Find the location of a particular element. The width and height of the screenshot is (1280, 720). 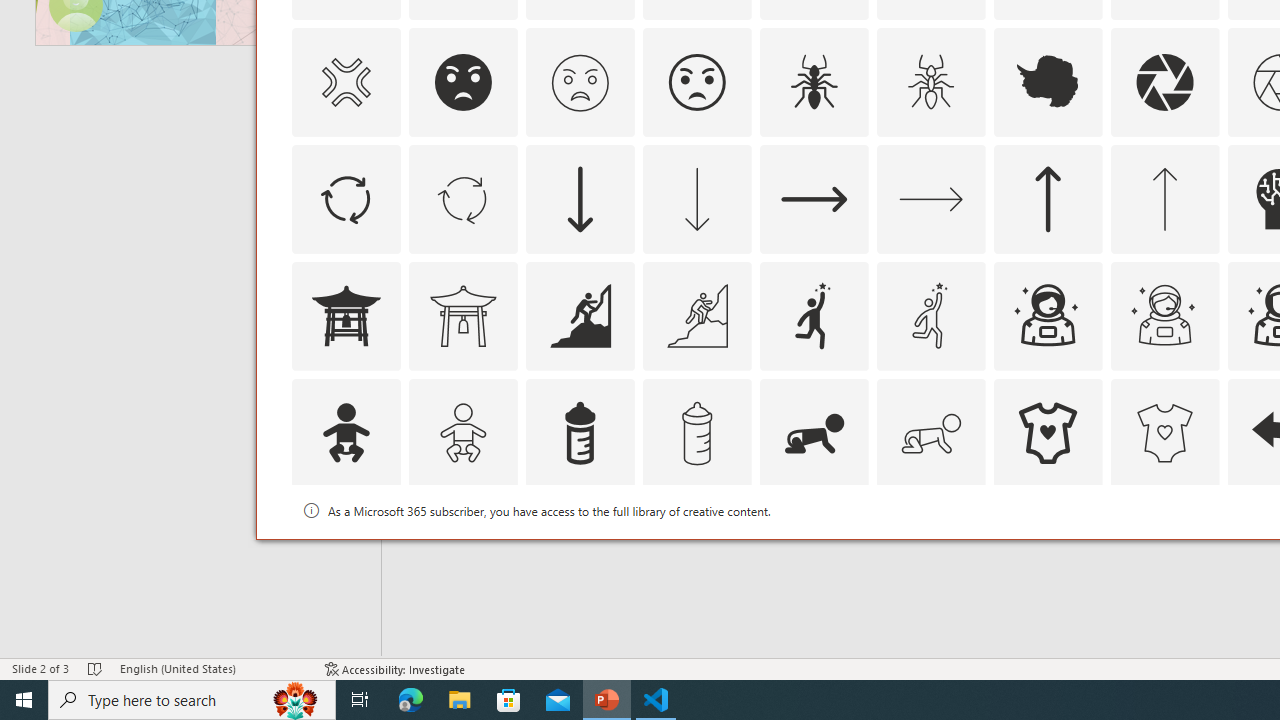

'AutomationID: Icons_AngryFace' is located at coordinates (462, 81).